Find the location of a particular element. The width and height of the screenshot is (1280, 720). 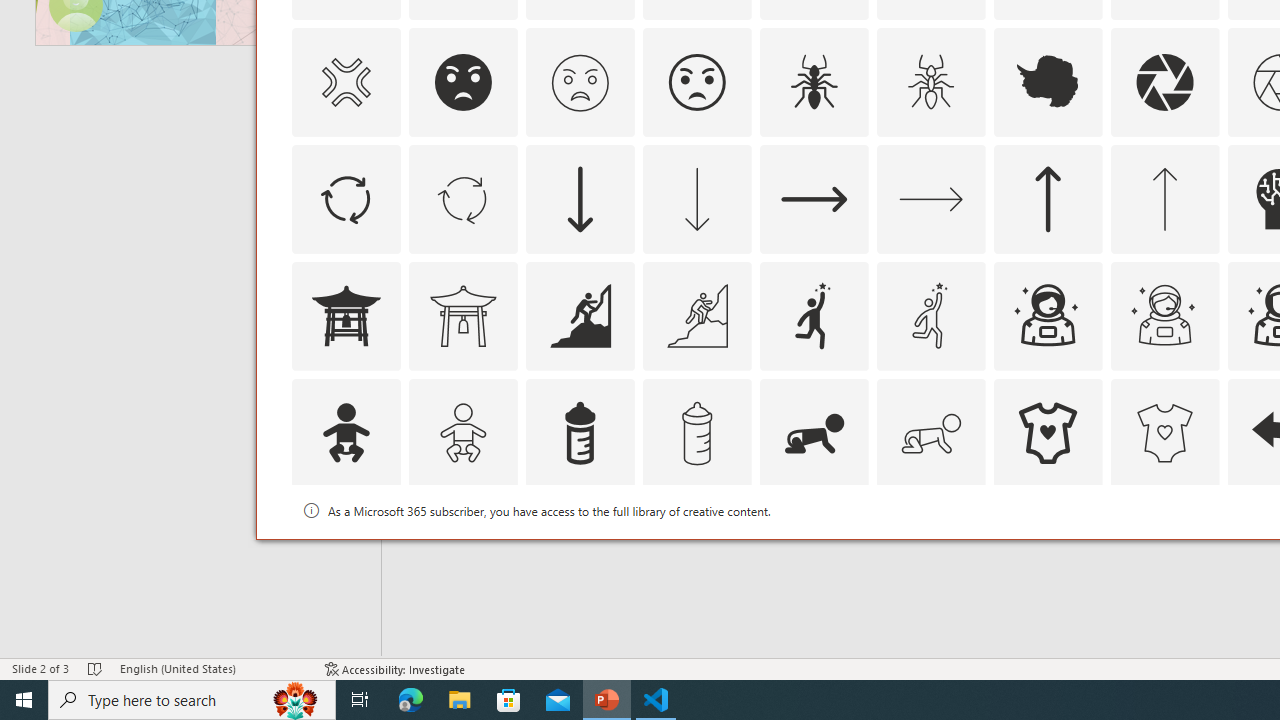

'AutomationID: Icons_AngryFace' is located at coordinates (462, 81).